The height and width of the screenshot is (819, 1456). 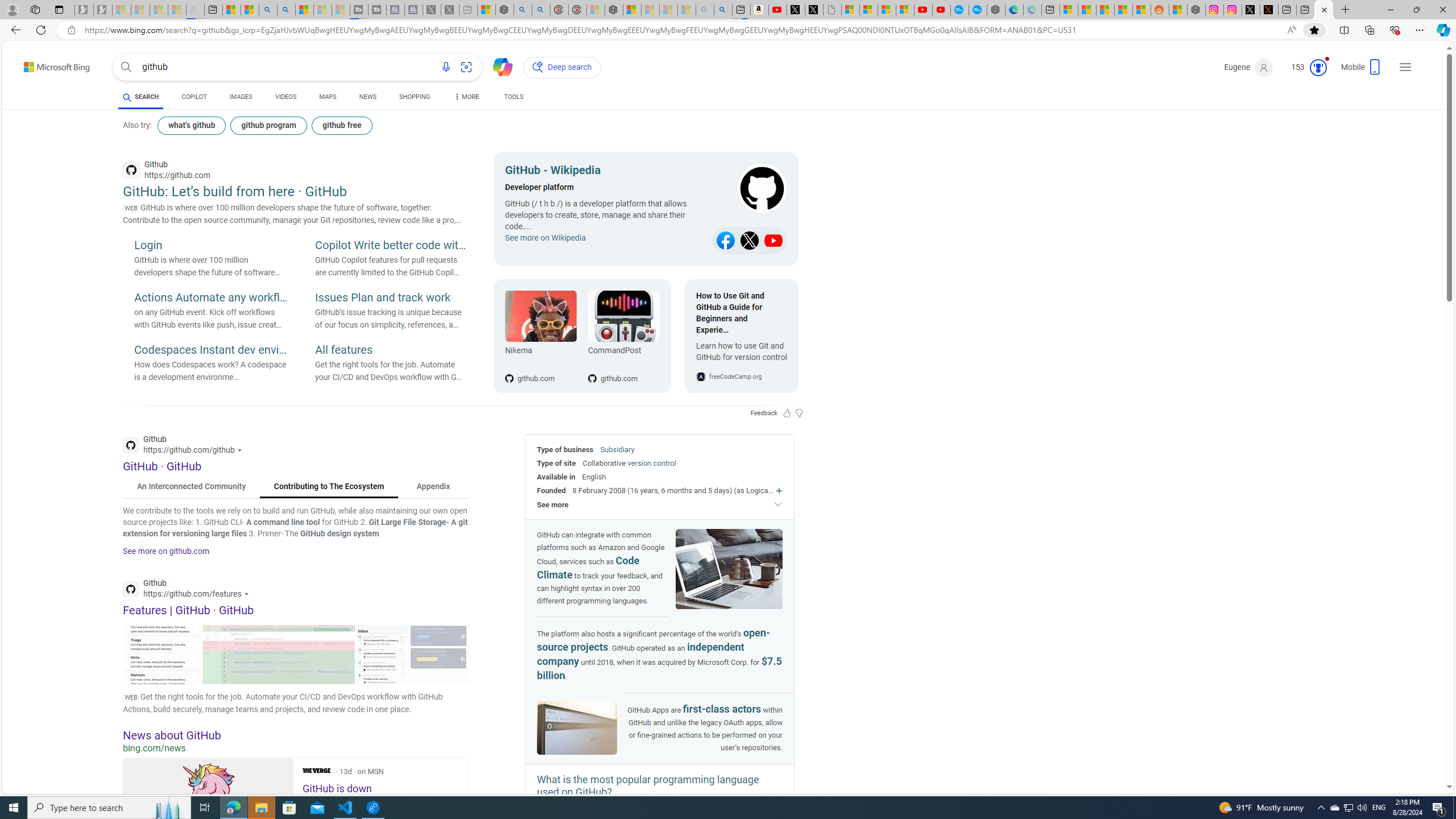 I want to click on 'SHOPPING', so click(x=415, y=98).